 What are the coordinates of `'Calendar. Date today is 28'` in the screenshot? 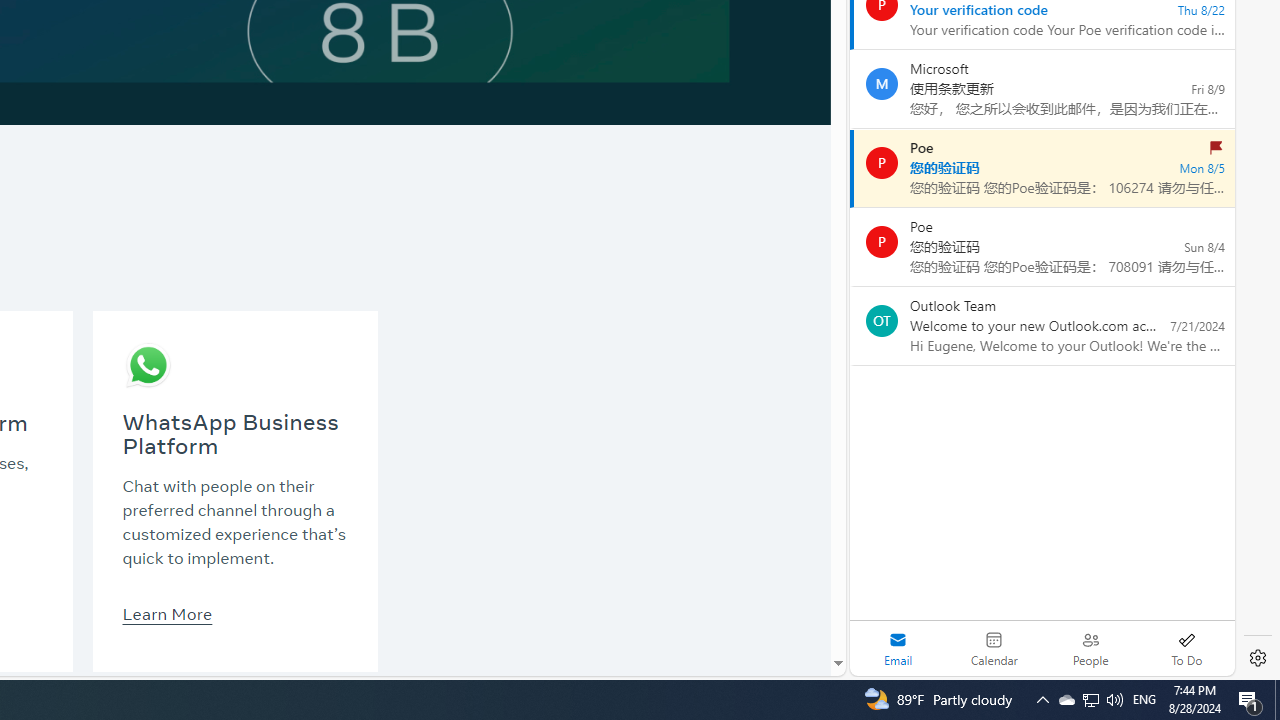 It's located at (994, 648).